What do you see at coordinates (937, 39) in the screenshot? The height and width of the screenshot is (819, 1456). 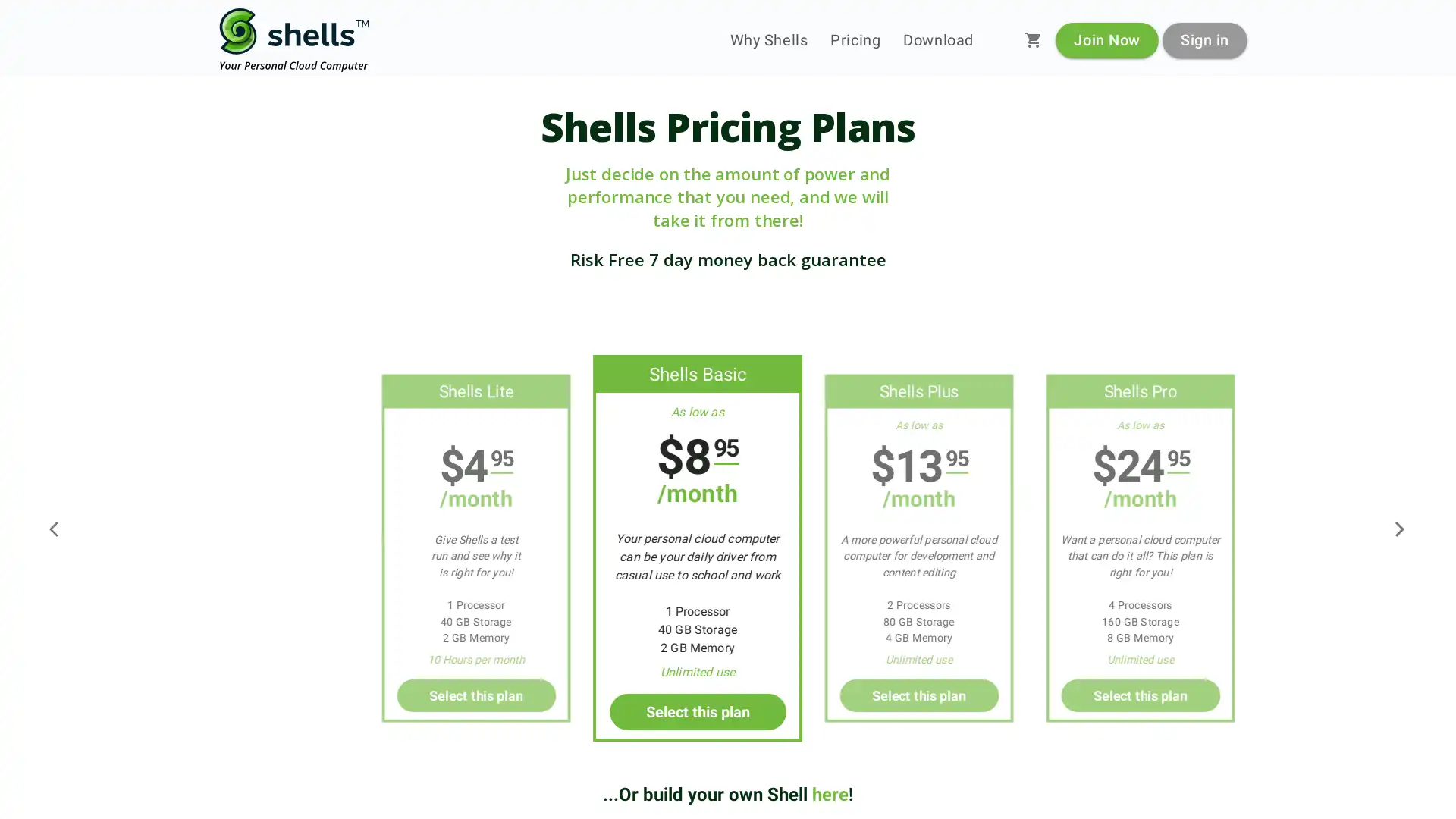 I see `Download` at bounding box center [937, 39].